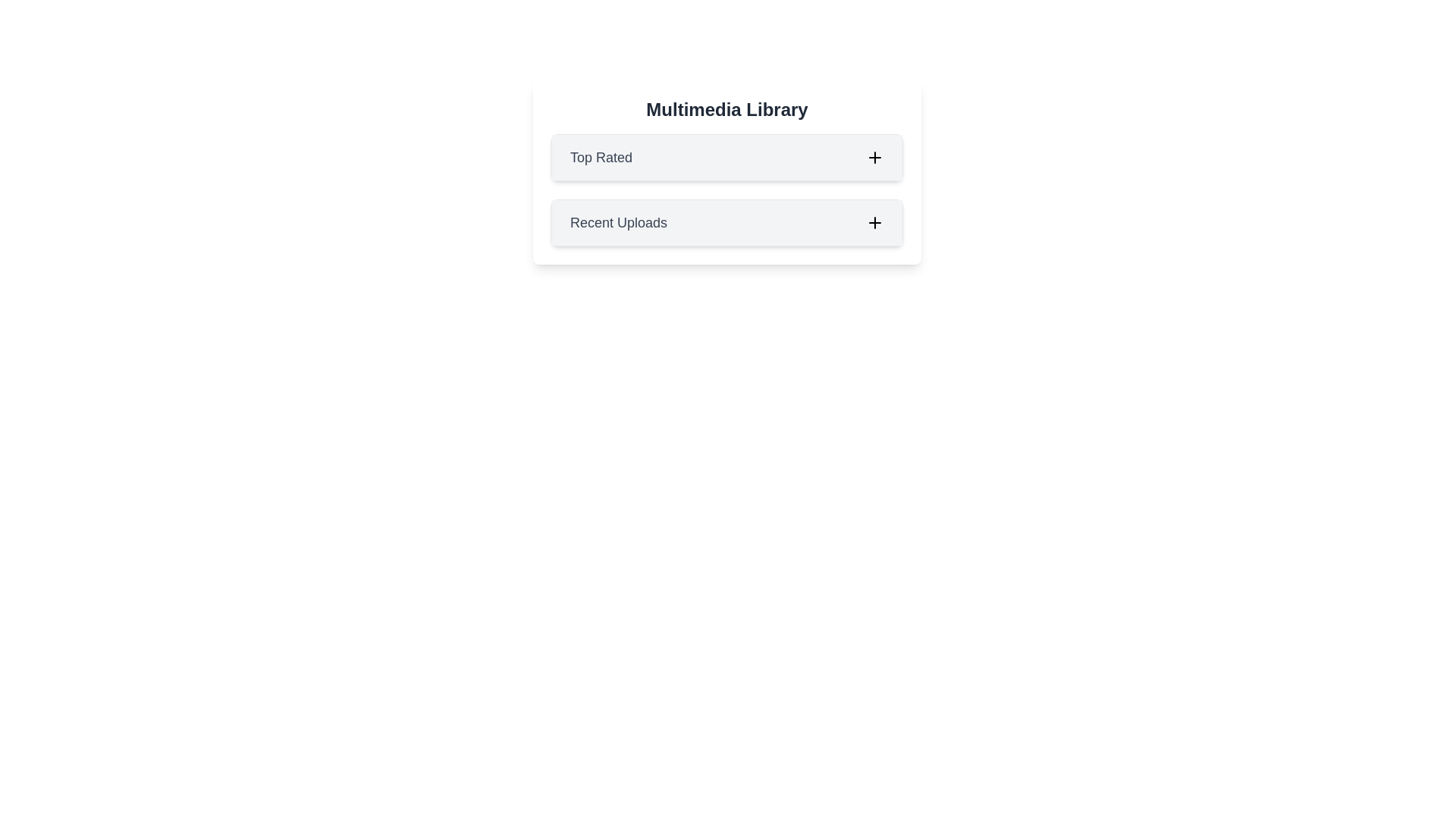 The height and width of the screenshot is (819, 1456). What do you see at coordinates (726, 158) in the screenshot?
I see `the header of the category Top Rated to toggle its expanded state` at bounding box center [726, 158].